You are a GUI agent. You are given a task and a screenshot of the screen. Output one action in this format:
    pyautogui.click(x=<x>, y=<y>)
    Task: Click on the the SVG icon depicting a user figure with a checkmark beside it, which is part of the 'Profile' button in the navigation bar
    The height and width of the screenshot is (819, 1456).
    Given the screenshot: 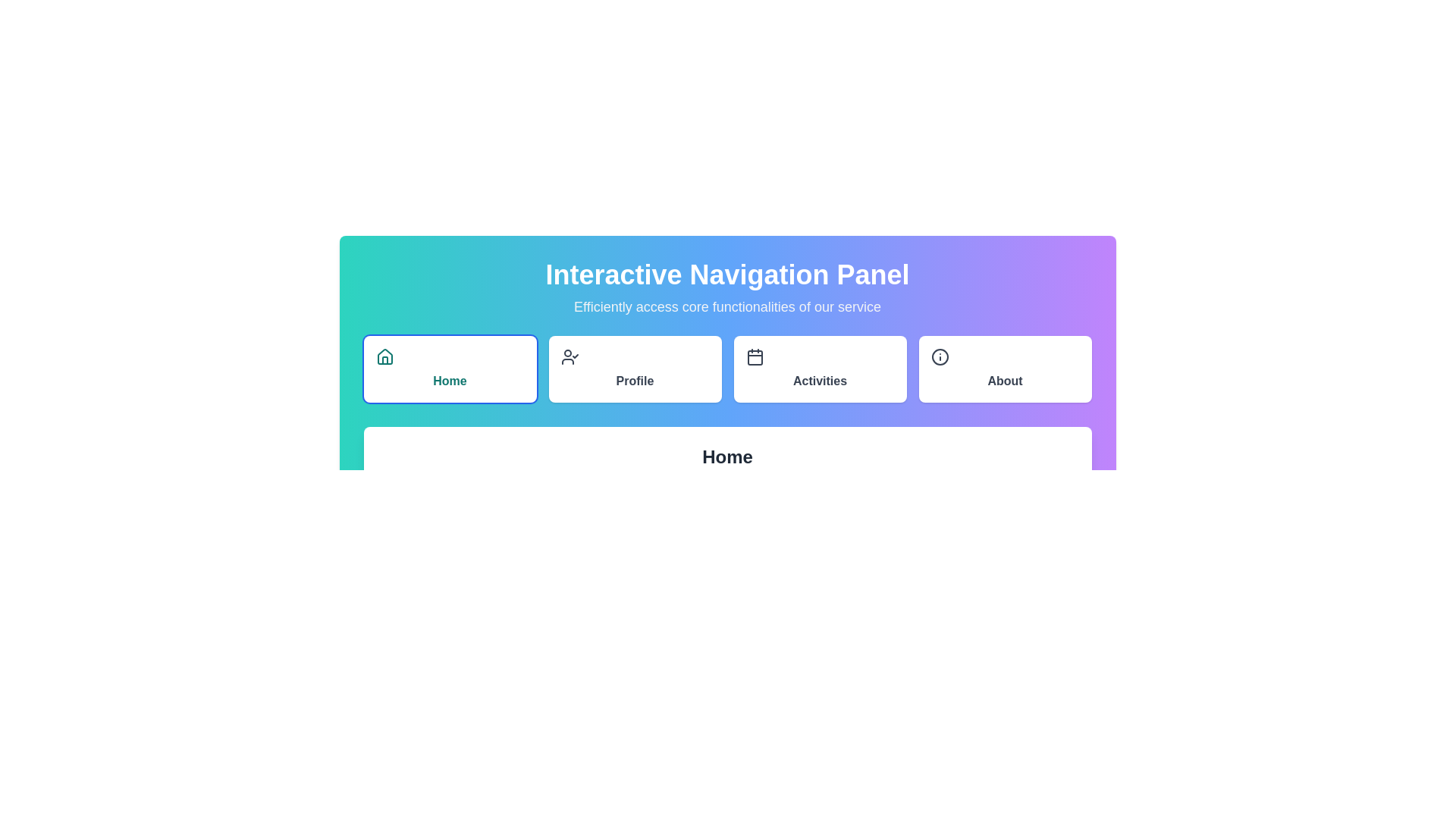 What is the action you would take?
    pyautogui.click(x=569, y=356)
    